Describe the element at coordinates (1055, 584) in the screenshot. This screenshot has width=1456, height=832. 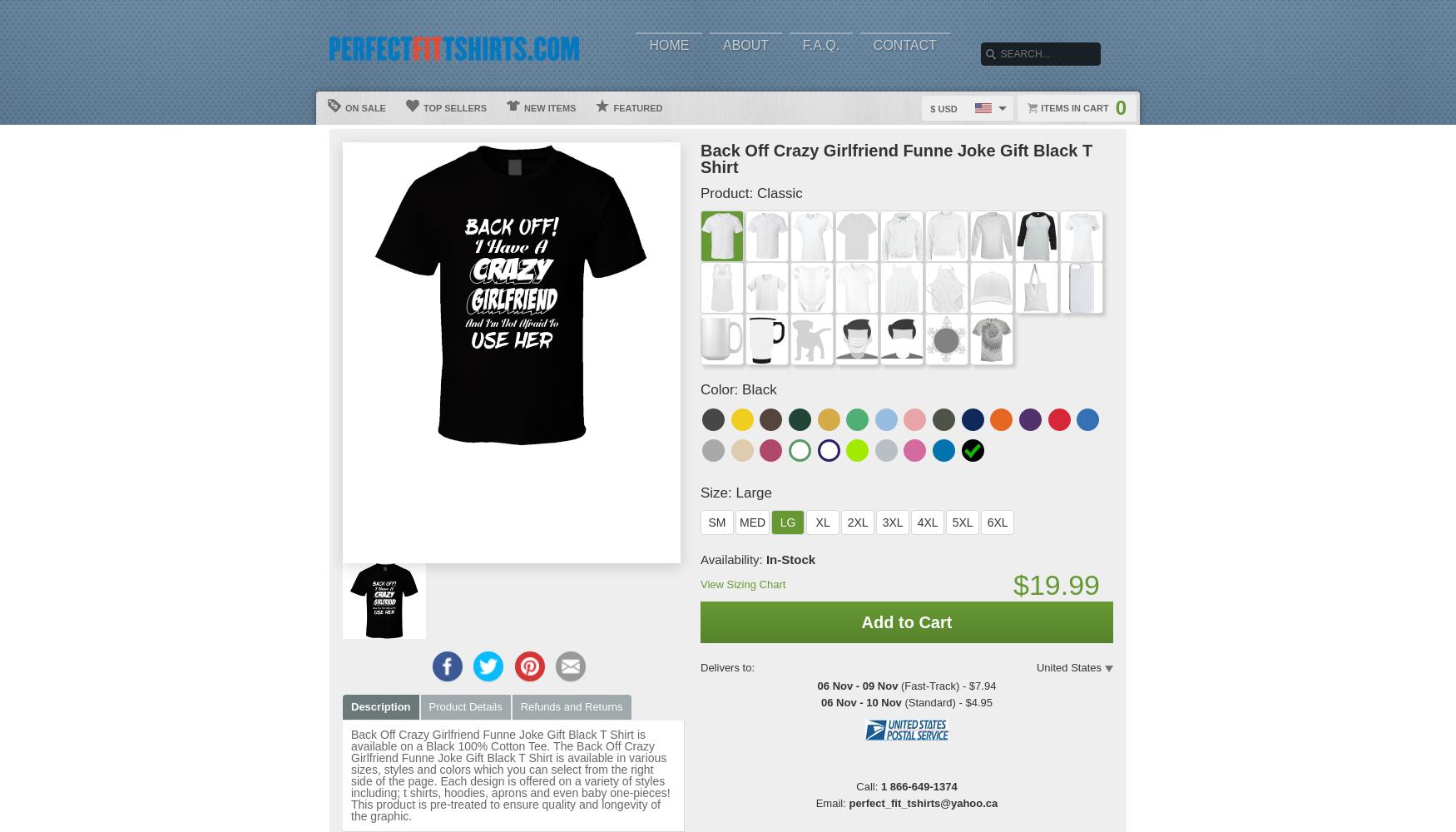
I see `'$19.99'` at that location.